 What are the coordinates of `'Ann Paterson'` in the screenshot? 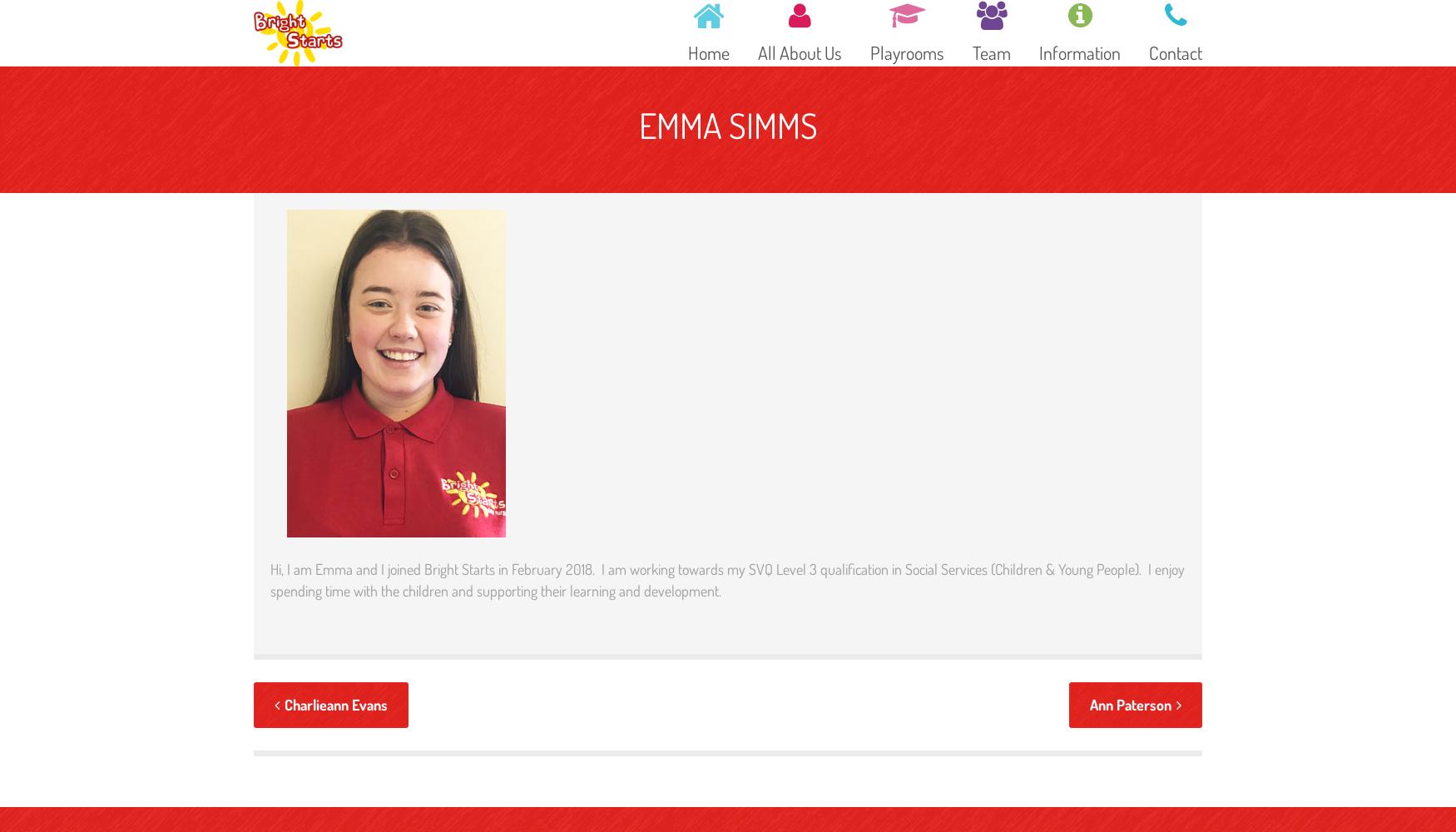 It's located at (1131, 704).